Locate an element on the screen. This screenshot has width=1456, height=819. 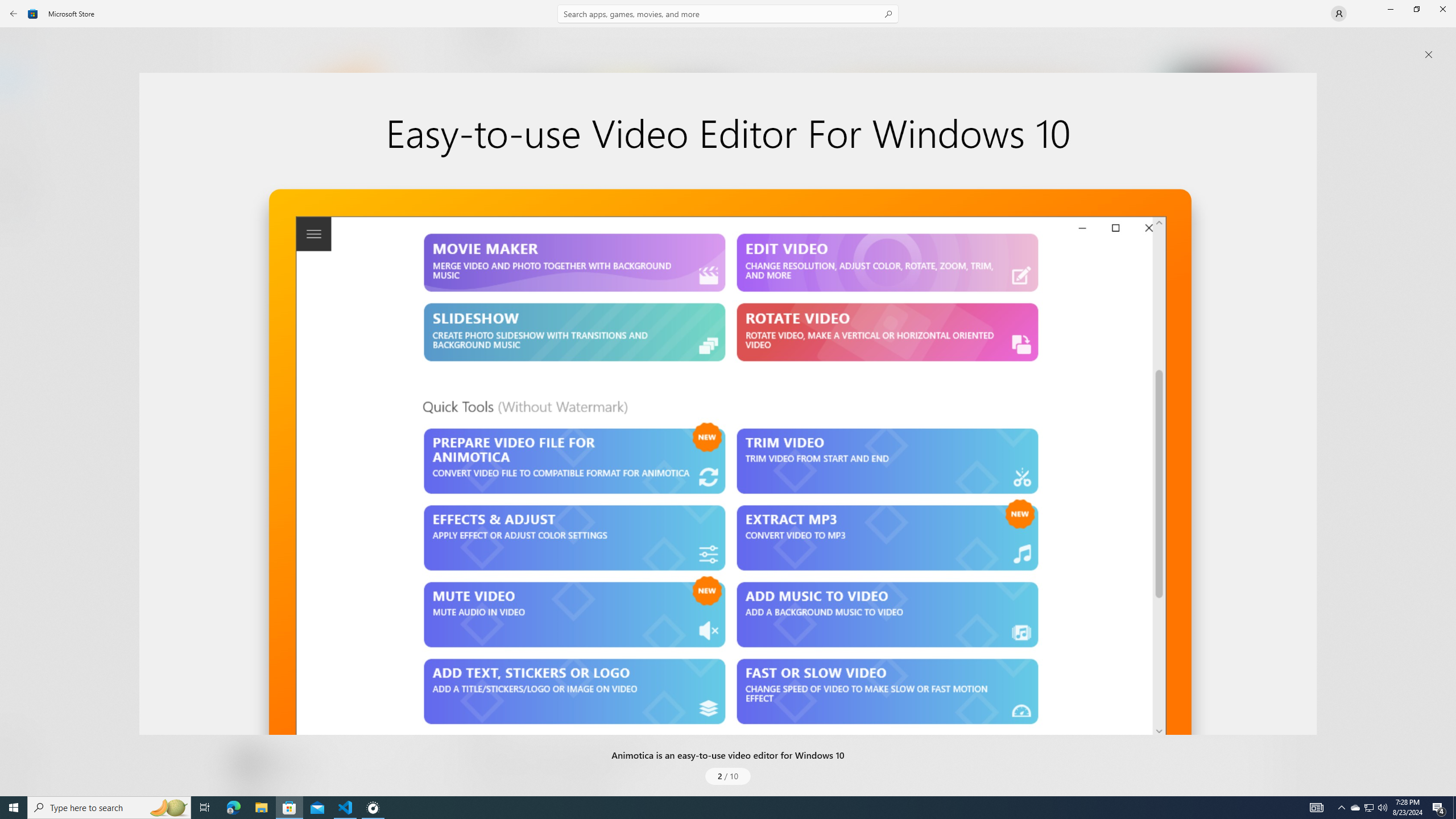
'Close Microsoft Store' is located at coordinates (1442, 9).